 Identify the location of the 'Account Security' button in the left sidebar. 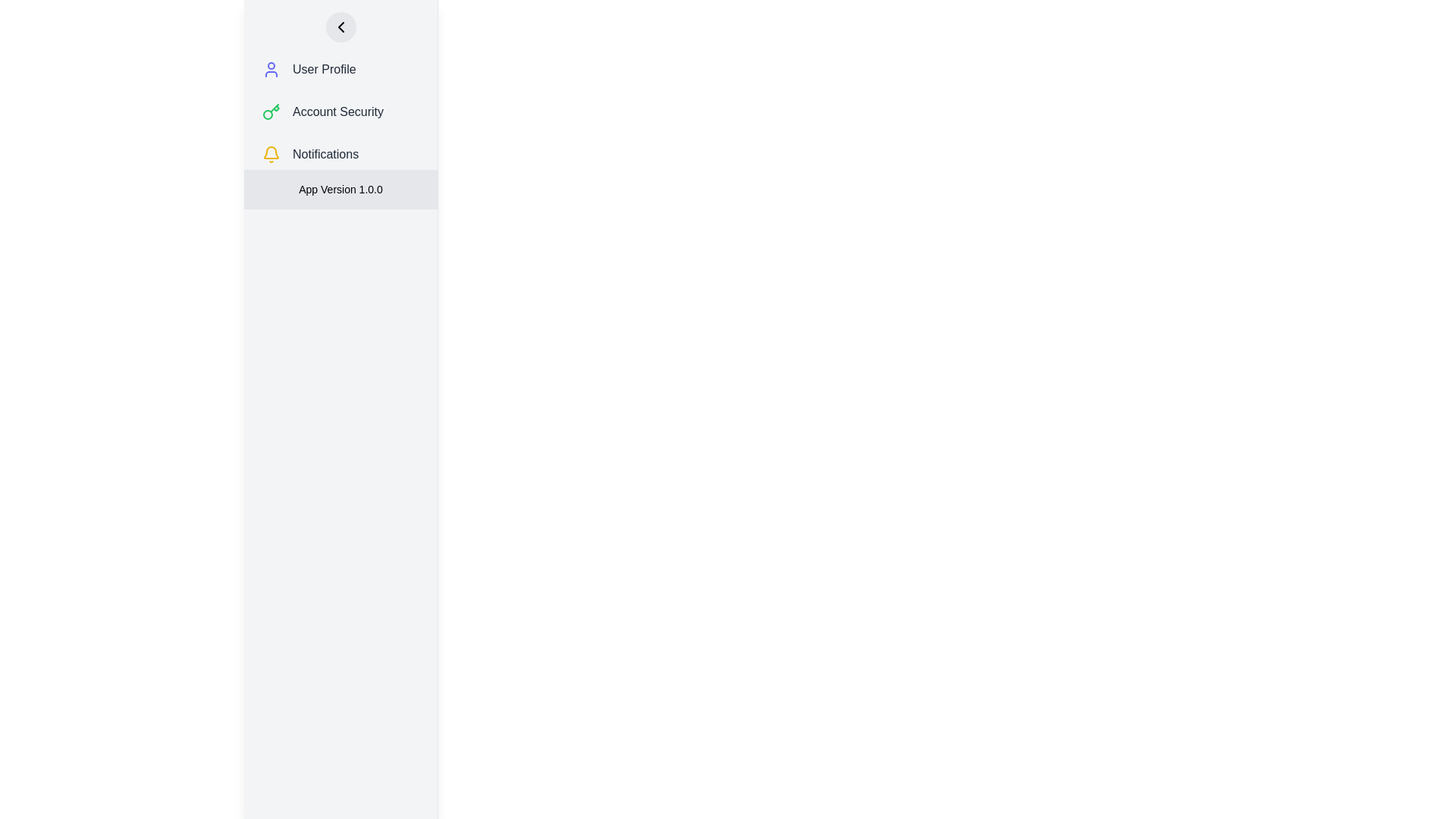
(340, 111).